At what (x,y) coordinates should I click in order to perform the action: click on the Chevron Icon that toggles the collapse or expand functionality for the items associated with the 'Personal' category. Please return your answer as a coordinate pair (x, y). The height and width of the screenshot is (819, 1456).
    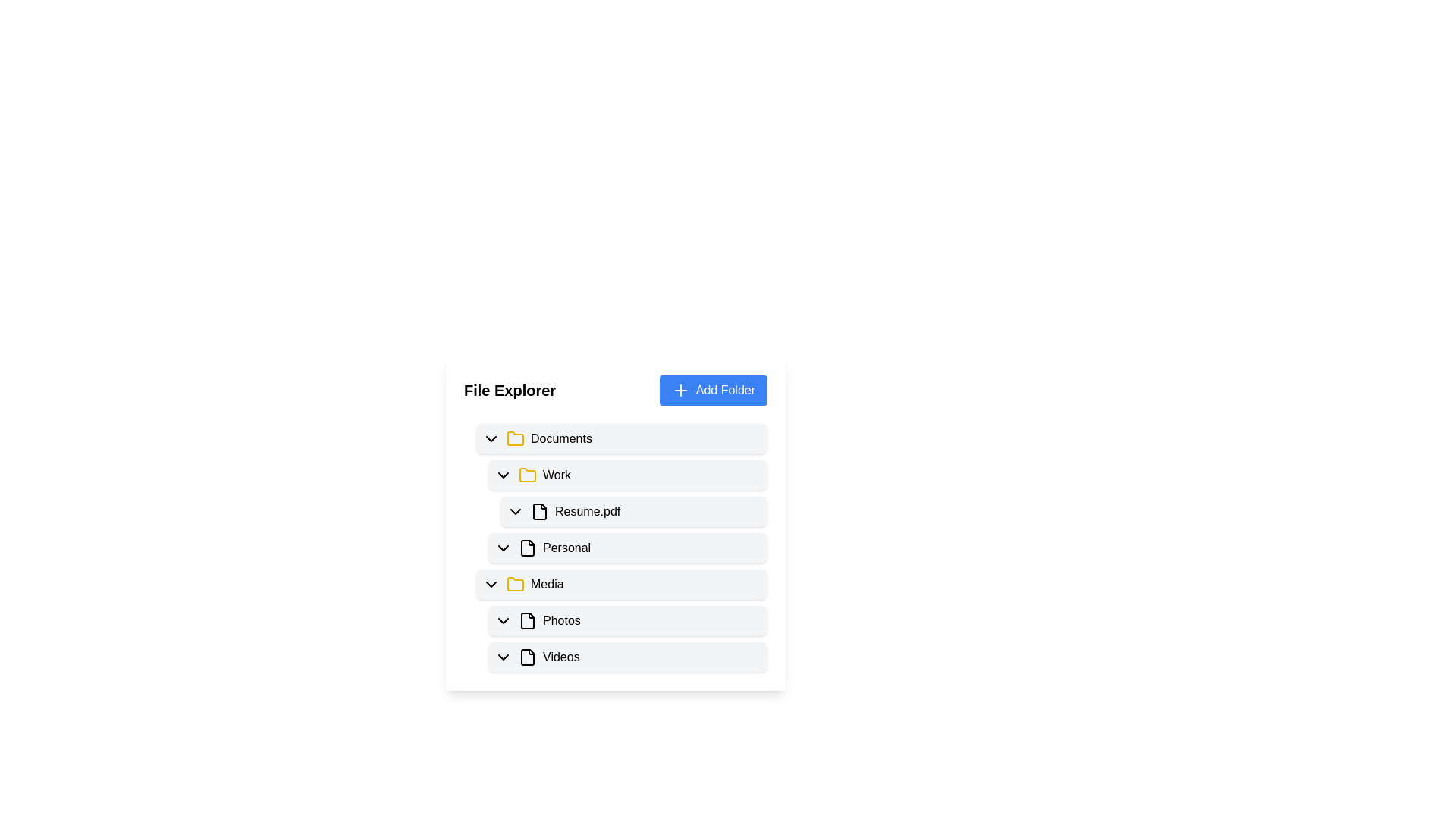
    Looking at the image, I should click on (503, 548).